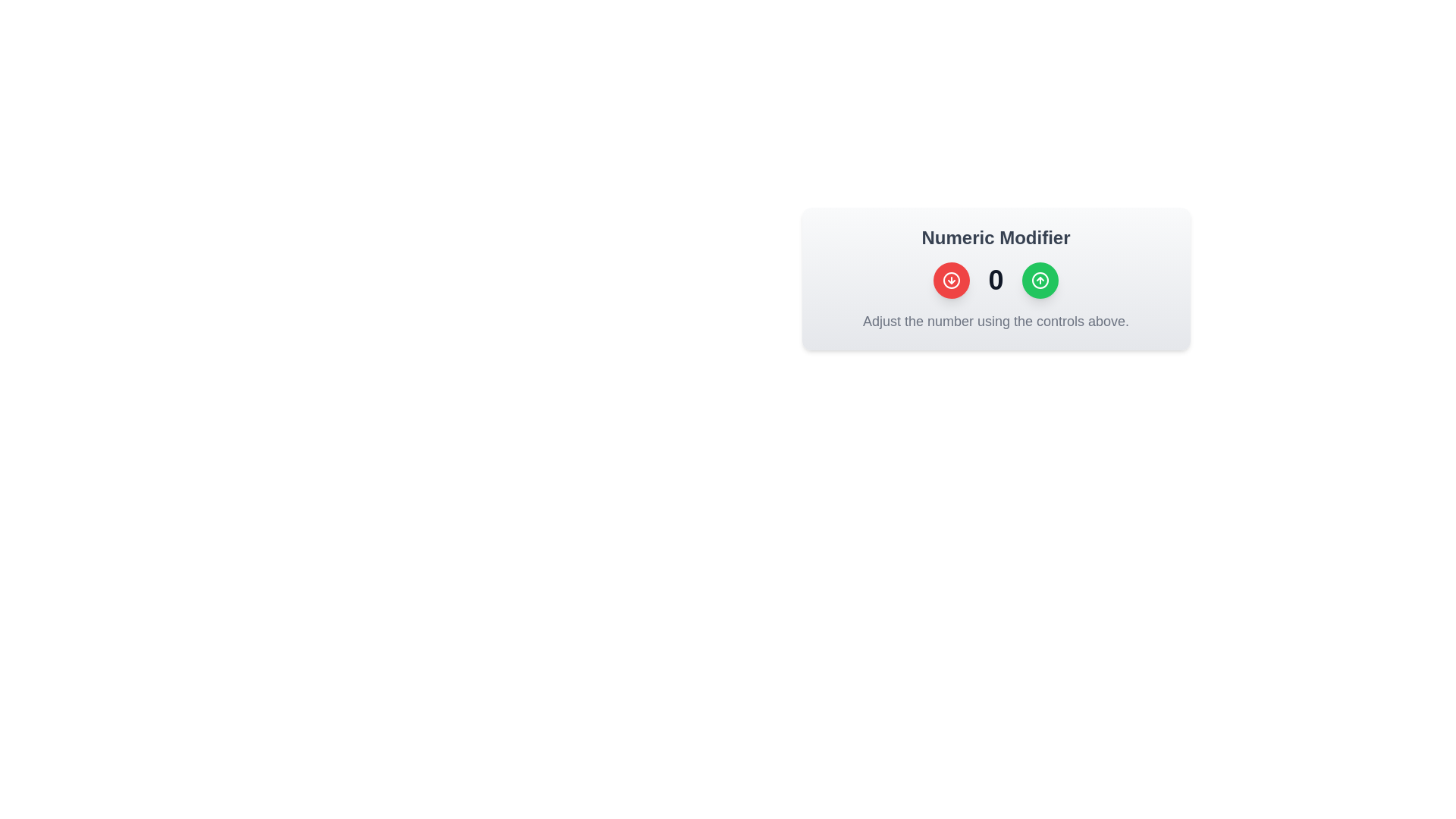 This screenshot has width=1456, height=819. What do you see at coordinates (996, 278) in the screenshot?
I see `the green circular button on the Interactive numeric control widget to increase the numeric value` at bounding box center [996, 278].